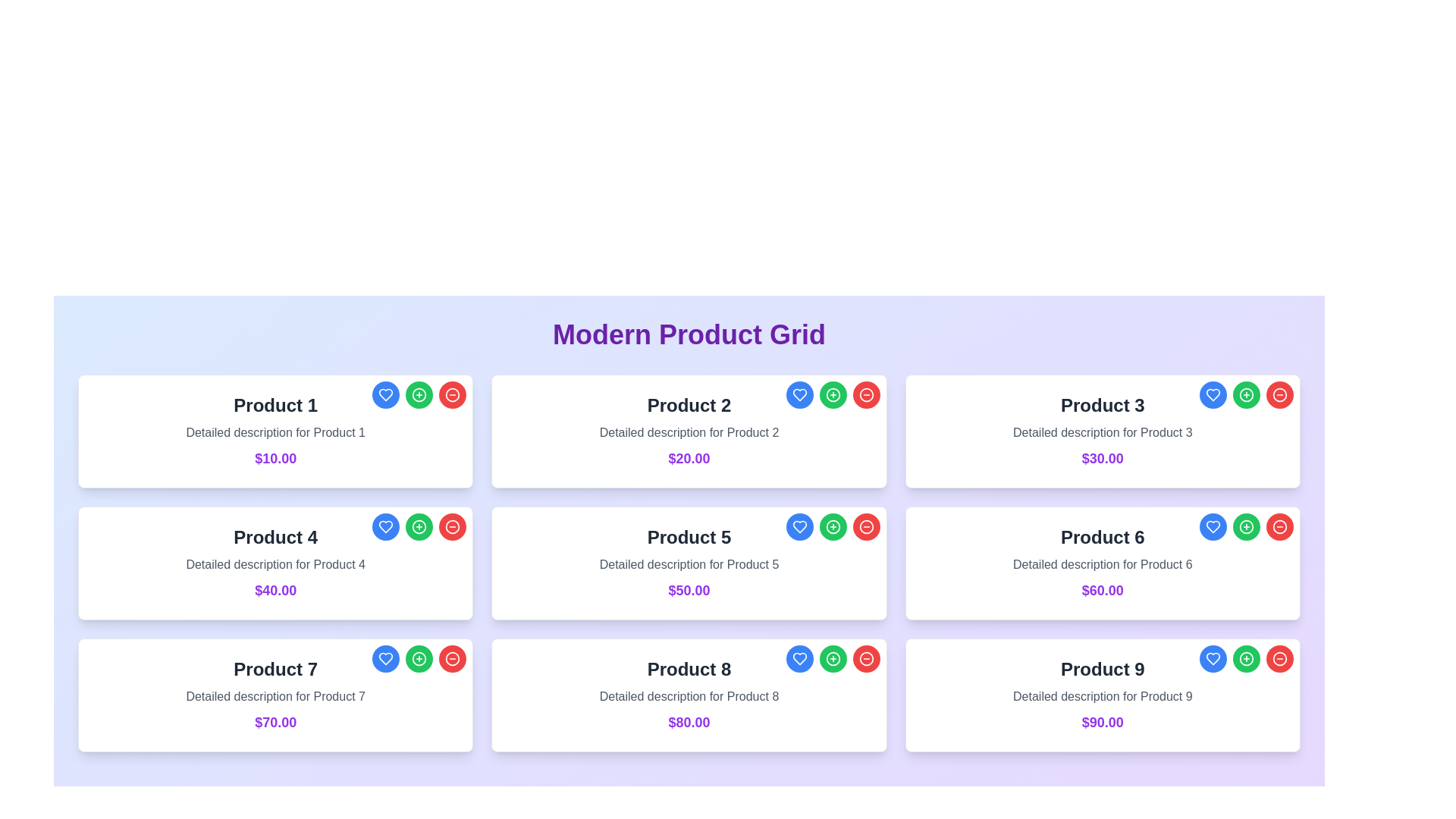  Describe the element at coordinates (386, 657) in the screenshot. I see `the 'like' or 'favorite' button located in the top-right corner of the 'Product 7' card` at that location.